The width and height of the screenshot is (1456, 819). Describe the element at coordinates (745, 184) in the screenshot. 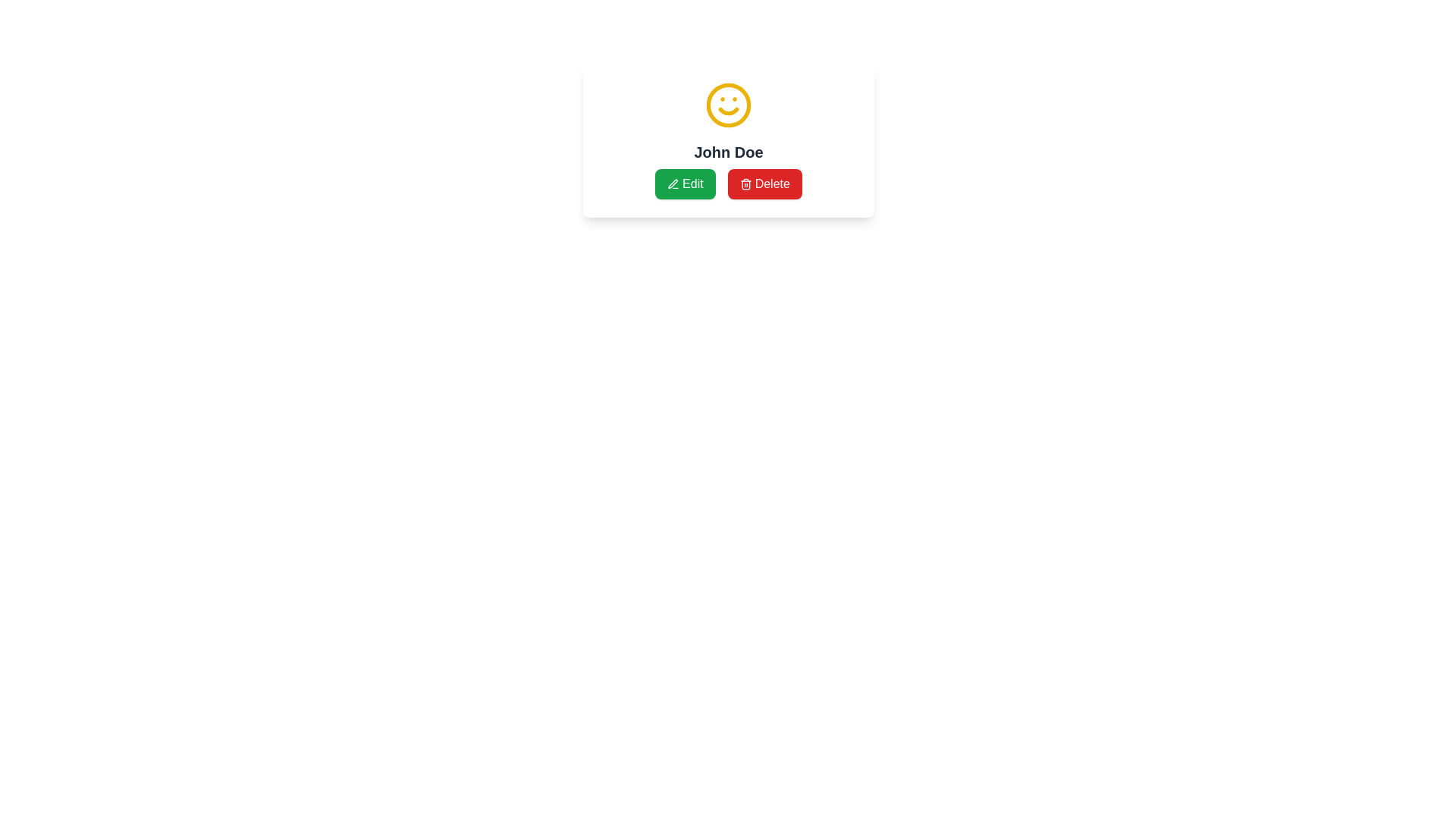

I see `the trash bin icon, which has a minimalist design with a red background and white outlines, located to the right of the 'Delete' button below 'John Doe'` at that location.